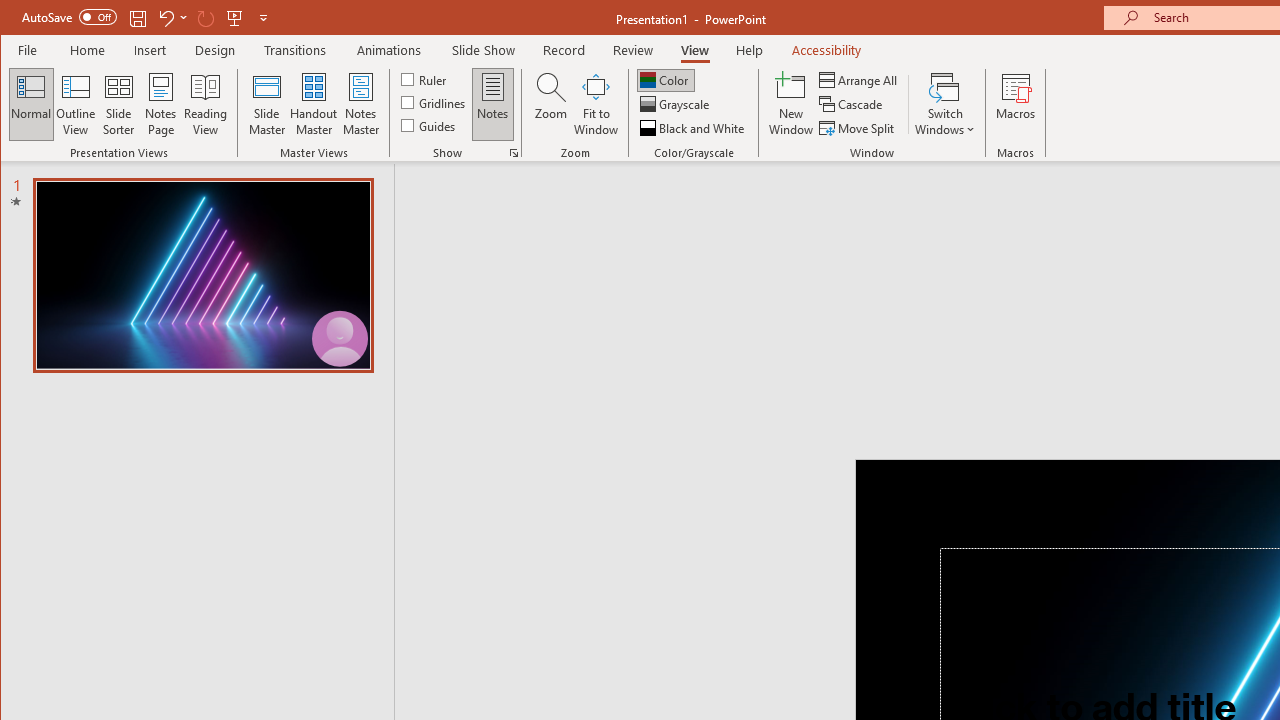 The image size is (1280, 720). Describe the element at coordinates (429, 125) in the screenshot. I see `'Guides'` at that location.